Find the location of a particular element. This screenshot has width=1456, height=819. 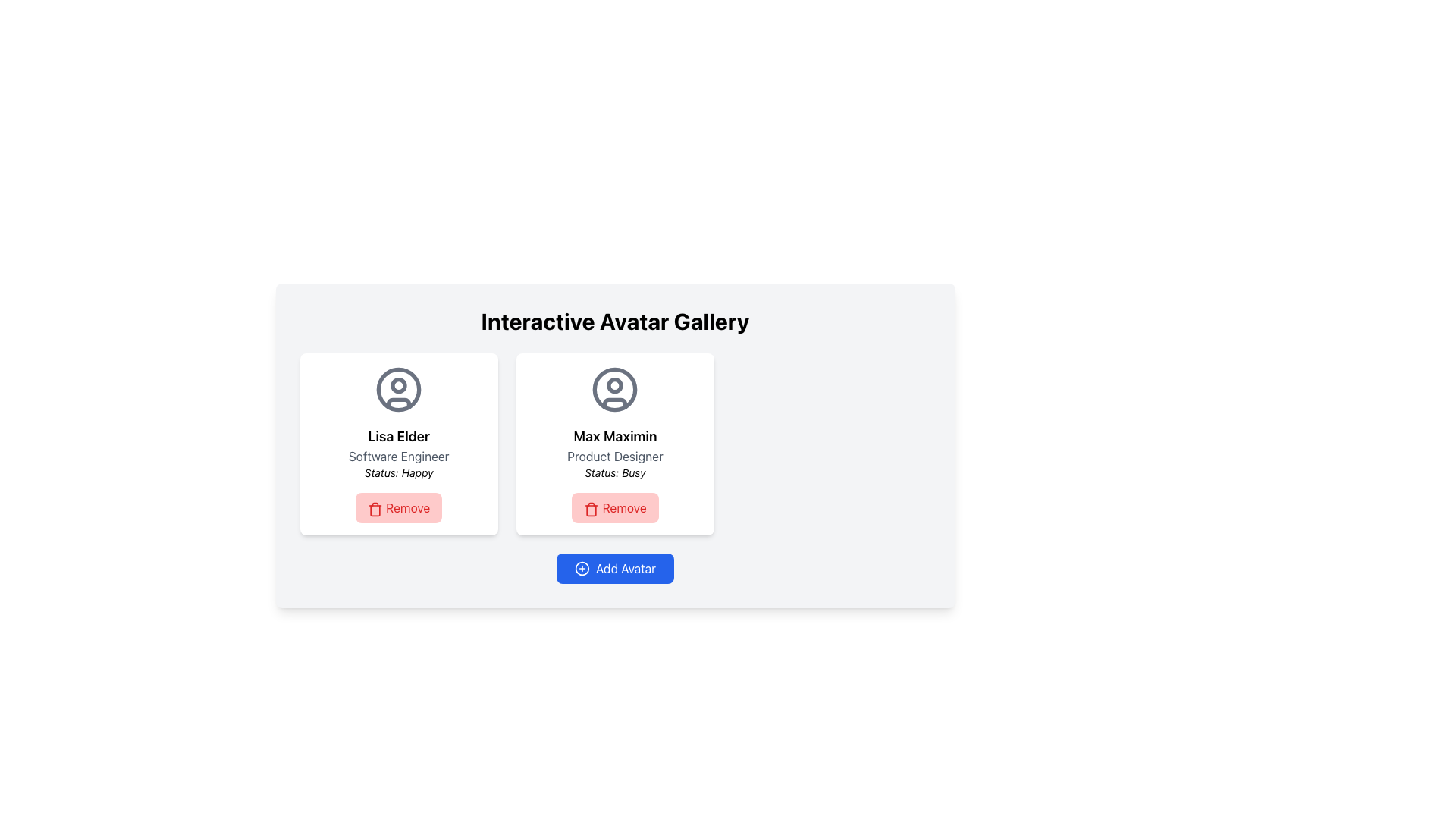

and copy the text from the gray text label displaying 'Product Designer', which is located below the name 'Max Maximin' in the profile card is located at coordinates (615, 455).